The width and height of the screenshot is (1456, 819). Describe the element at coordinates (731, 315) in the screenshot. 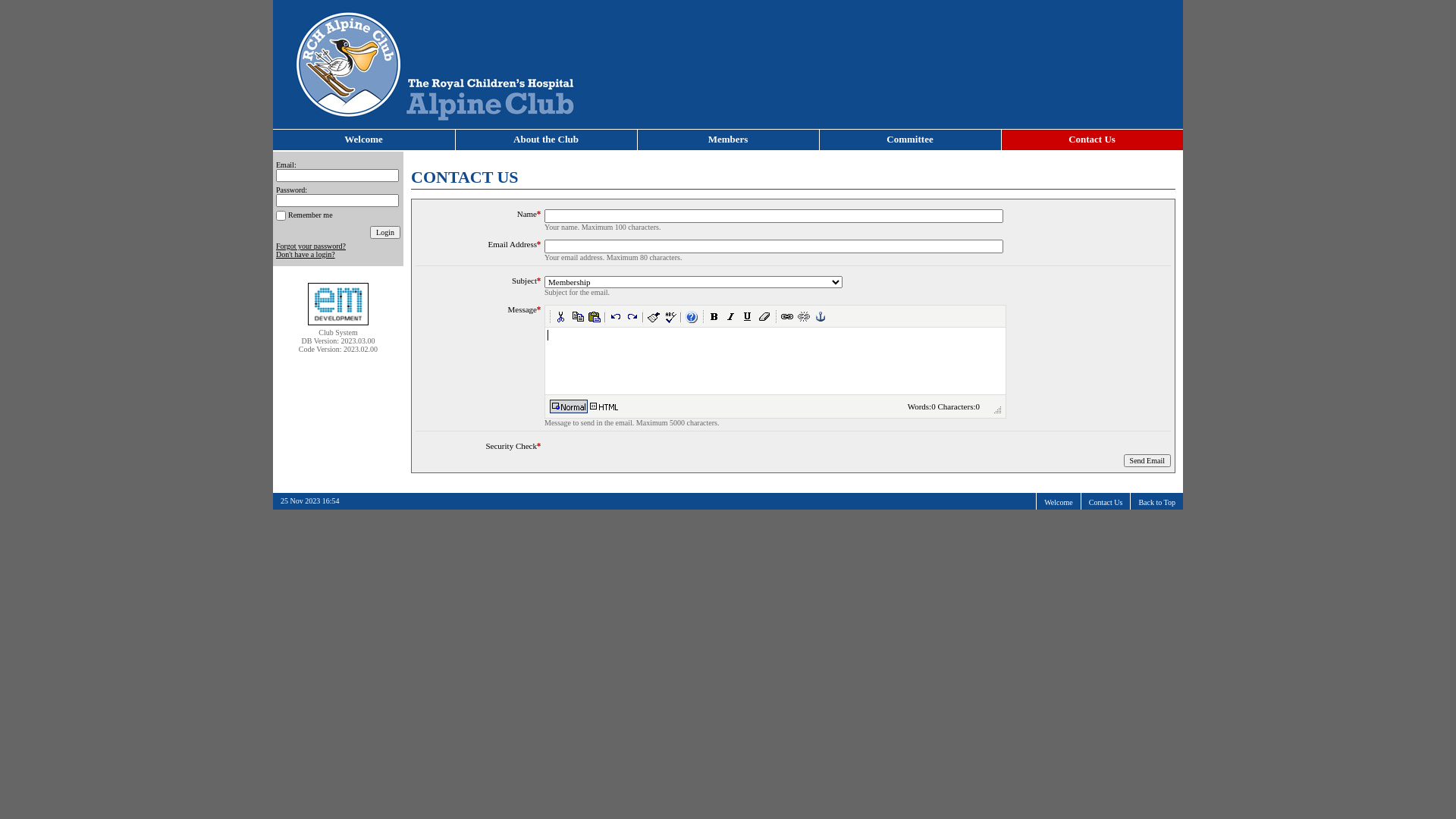

I see `'Italic'` at that location.